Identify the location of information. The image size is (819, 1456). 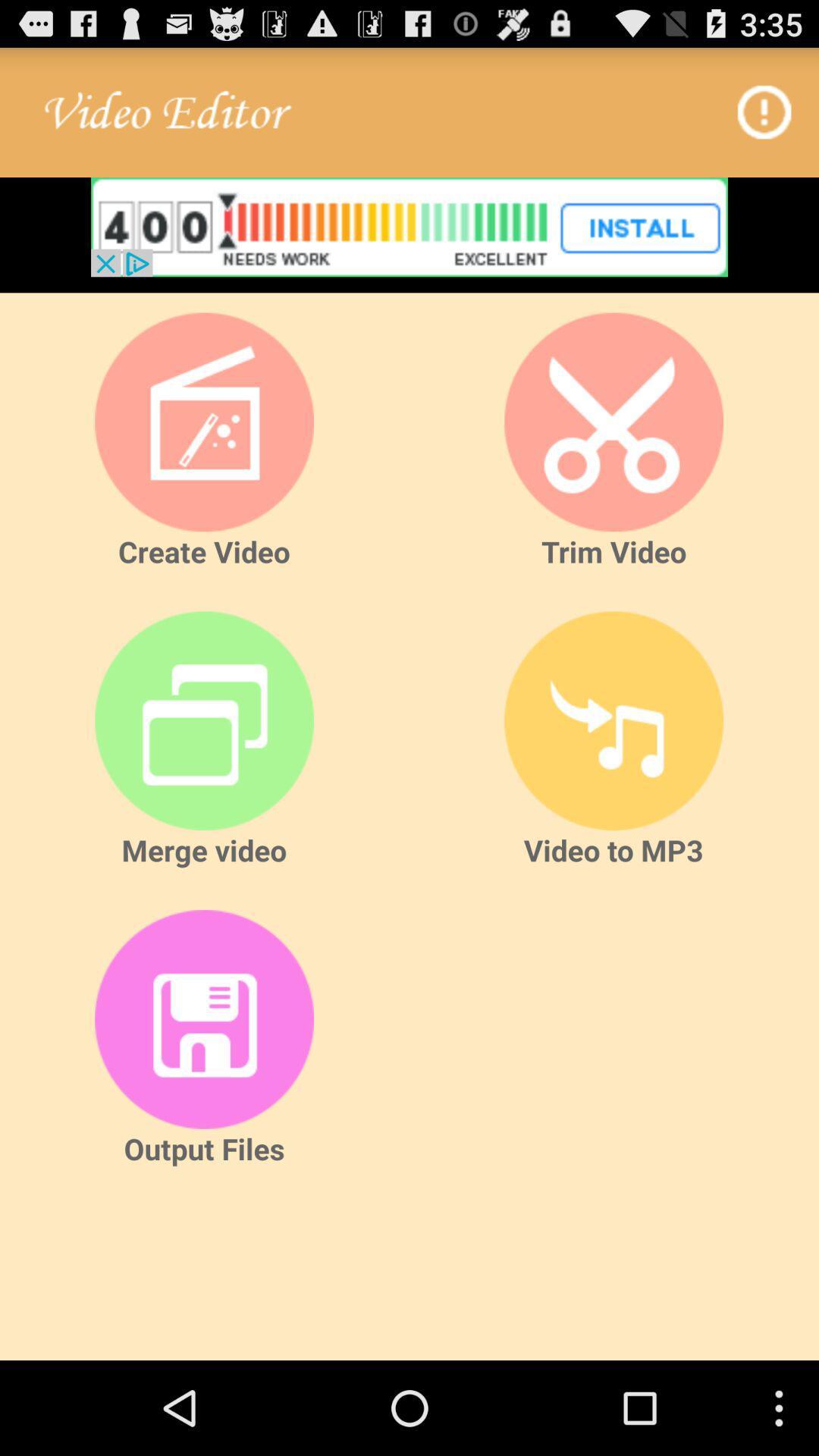
(765, 111).